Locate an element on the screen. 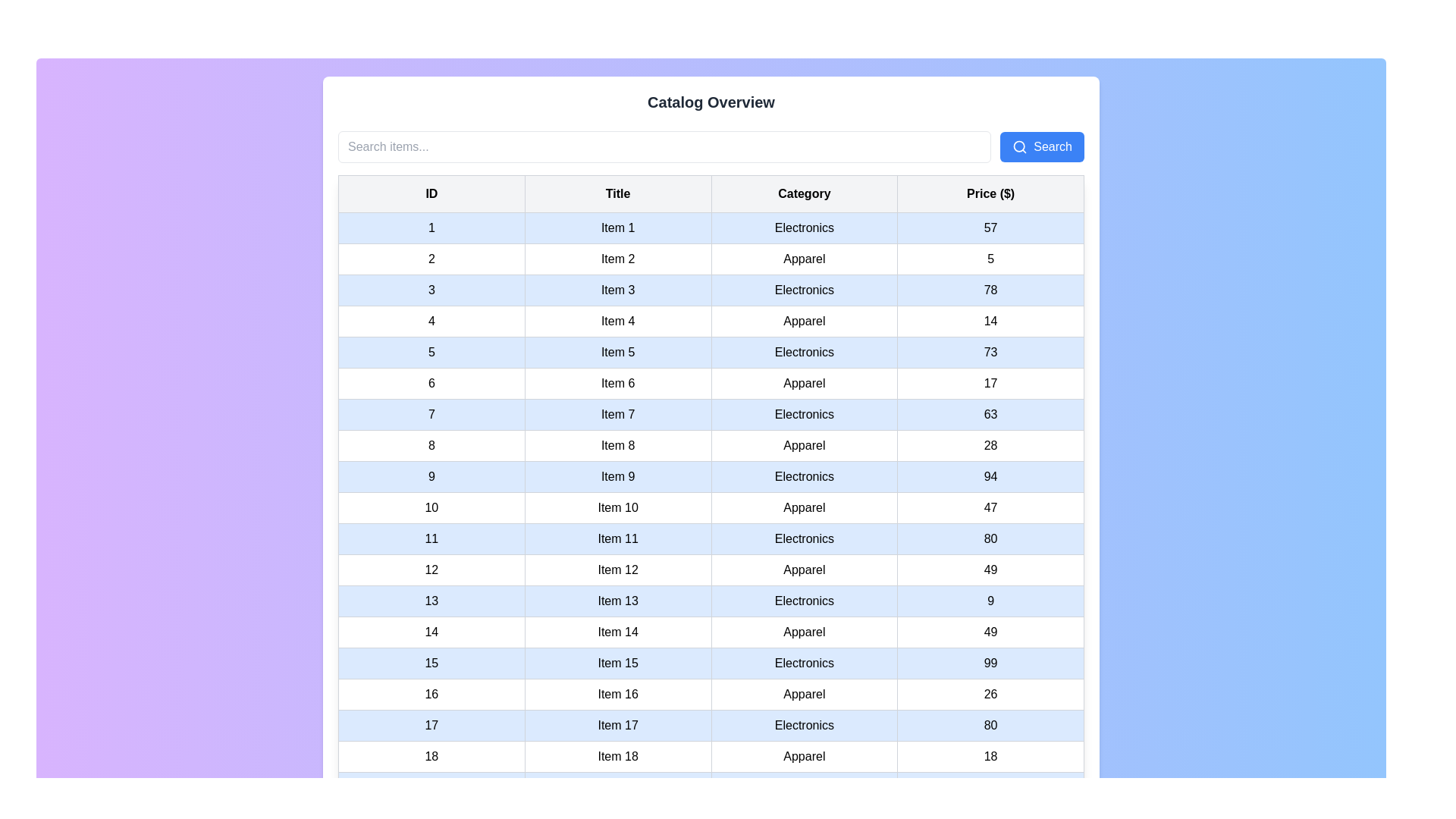 This screenshot has width=1456, height=819. the text label displaying '11' in bold, which is located in the leftmost column of the 11th row of the grid layout in the catalog view, on a light blue background is located at coordinates (431, 538).